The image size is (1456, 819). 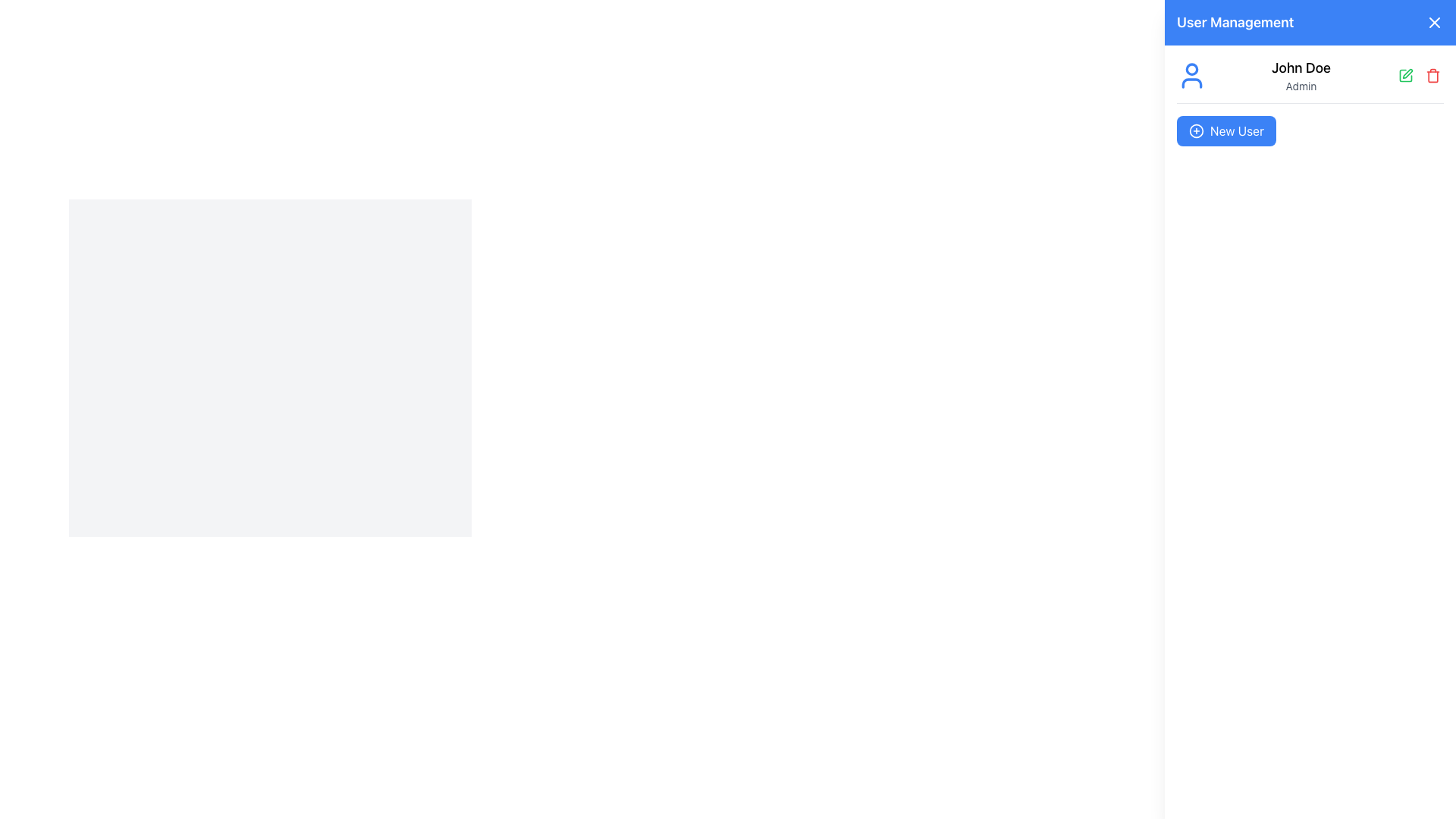 What do you see at coordinates (1432, 76) in the screenshot?
I see `the red trash can icon located` at bounding box center [1432, 76].